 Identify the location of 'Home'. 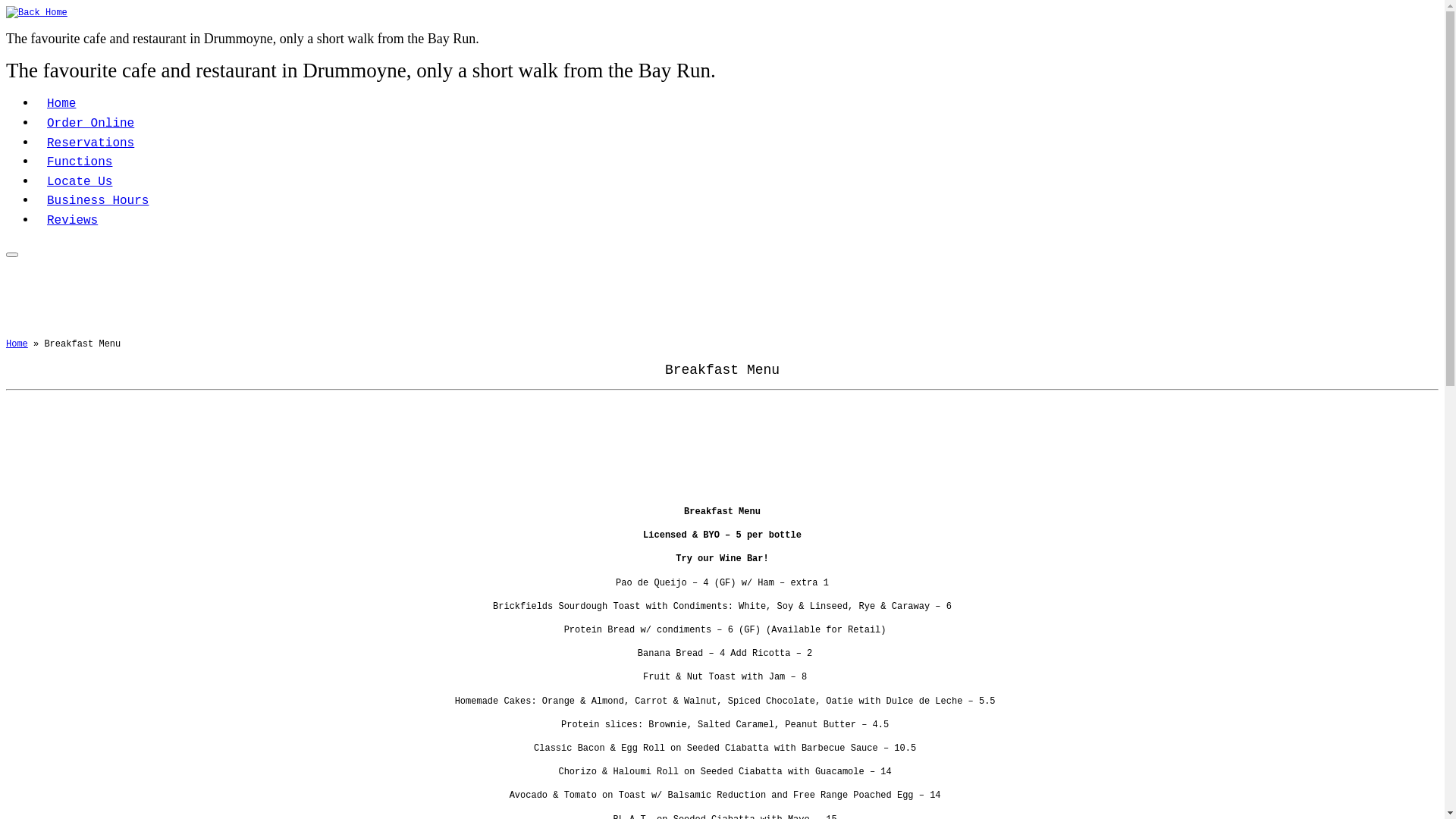
(17, 344).